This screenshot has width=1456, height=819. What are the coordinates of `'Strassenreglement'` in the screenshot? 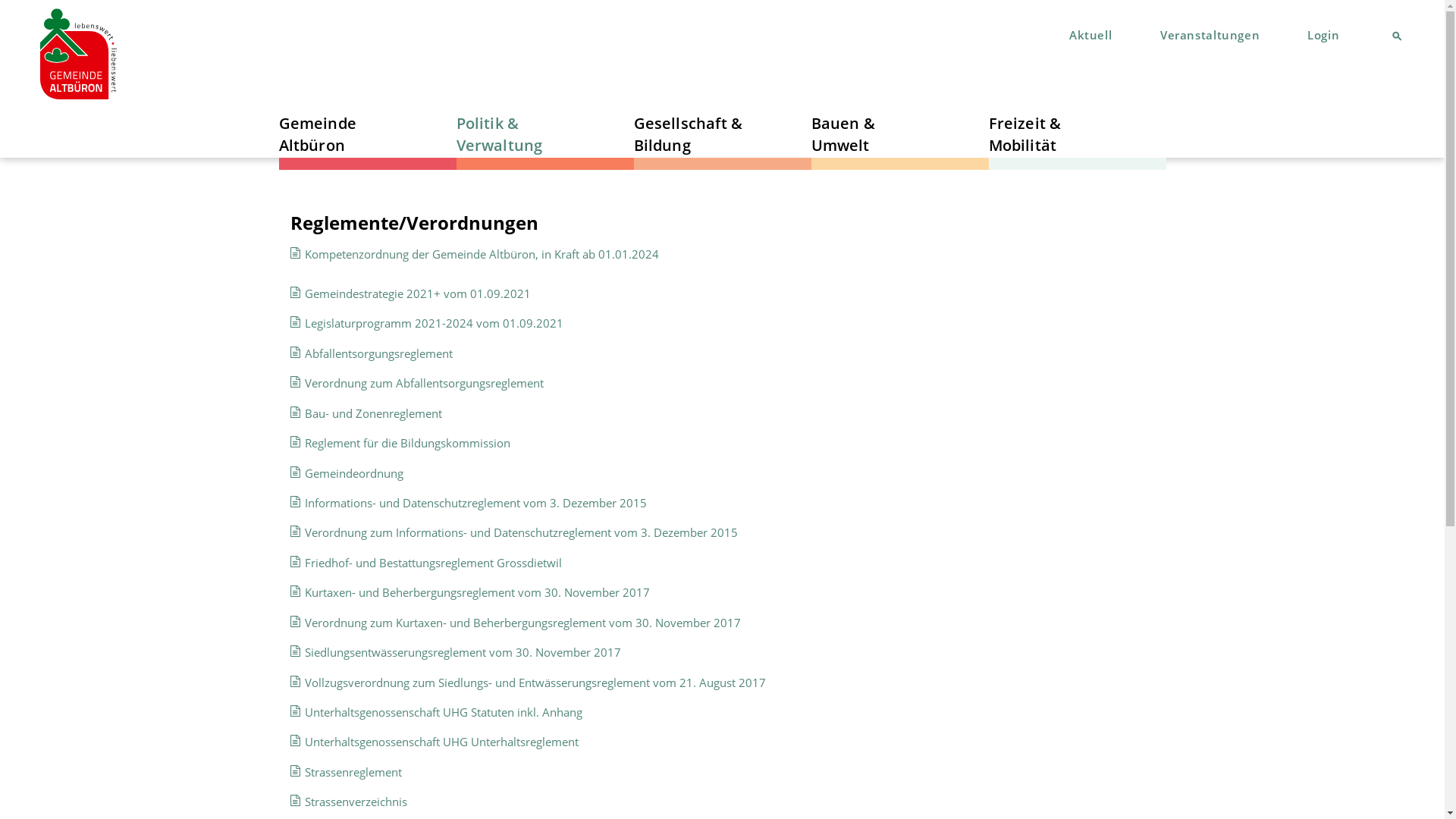 It's located at (304, 772).